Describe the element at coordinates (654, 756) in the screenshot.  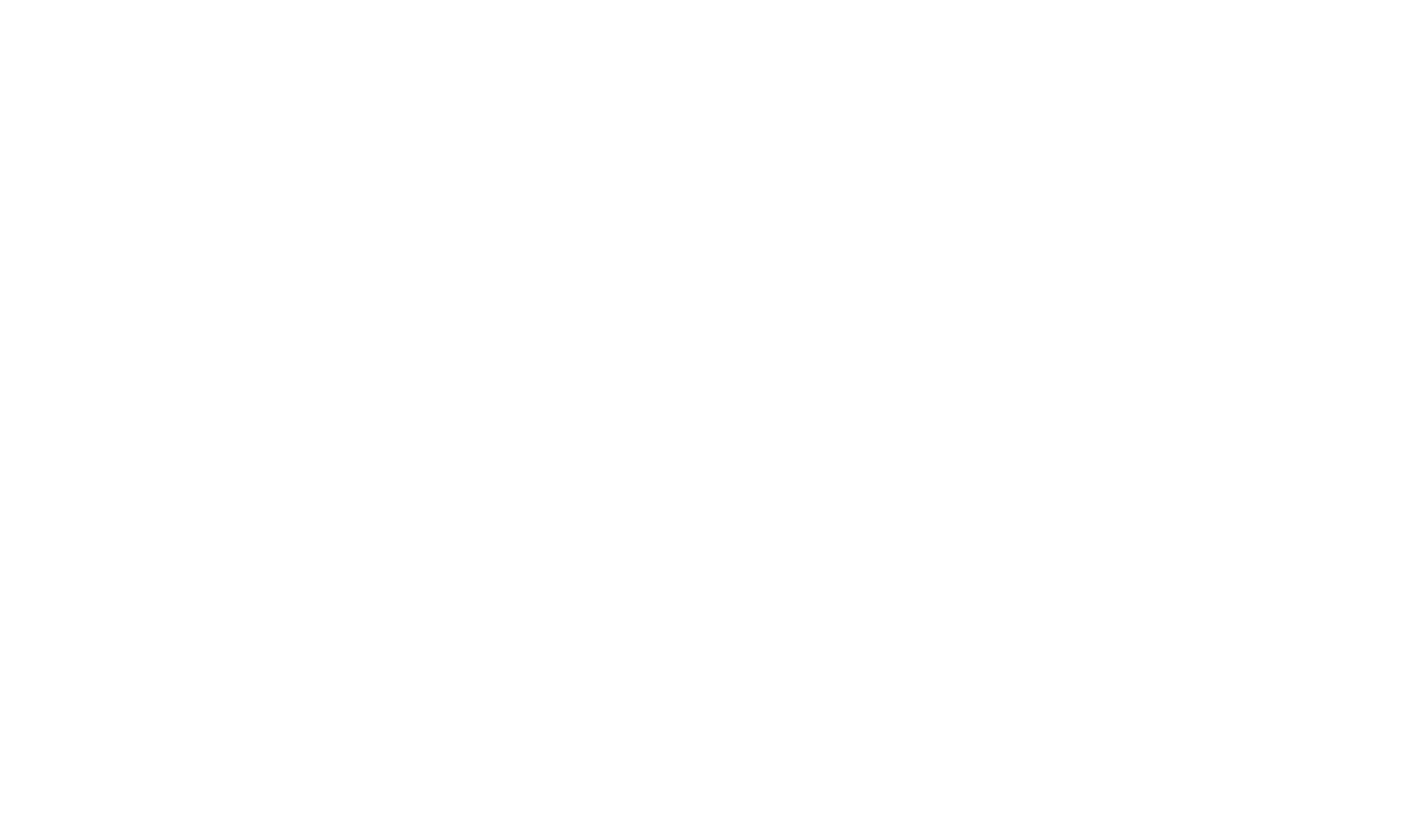
I see `'We use different types of cookies, also of  third parties, in order to personalize and improve your browsing experience on our site. For technical Cookies it is not necessary to acquire your consent: technical cookies are necessary to ensure the proper functioning of the site. You can customize your preferences by clicking on "Customize" or continue browsing with the use of technical cookies only by closing this message with the appropriate button.'` at that location.